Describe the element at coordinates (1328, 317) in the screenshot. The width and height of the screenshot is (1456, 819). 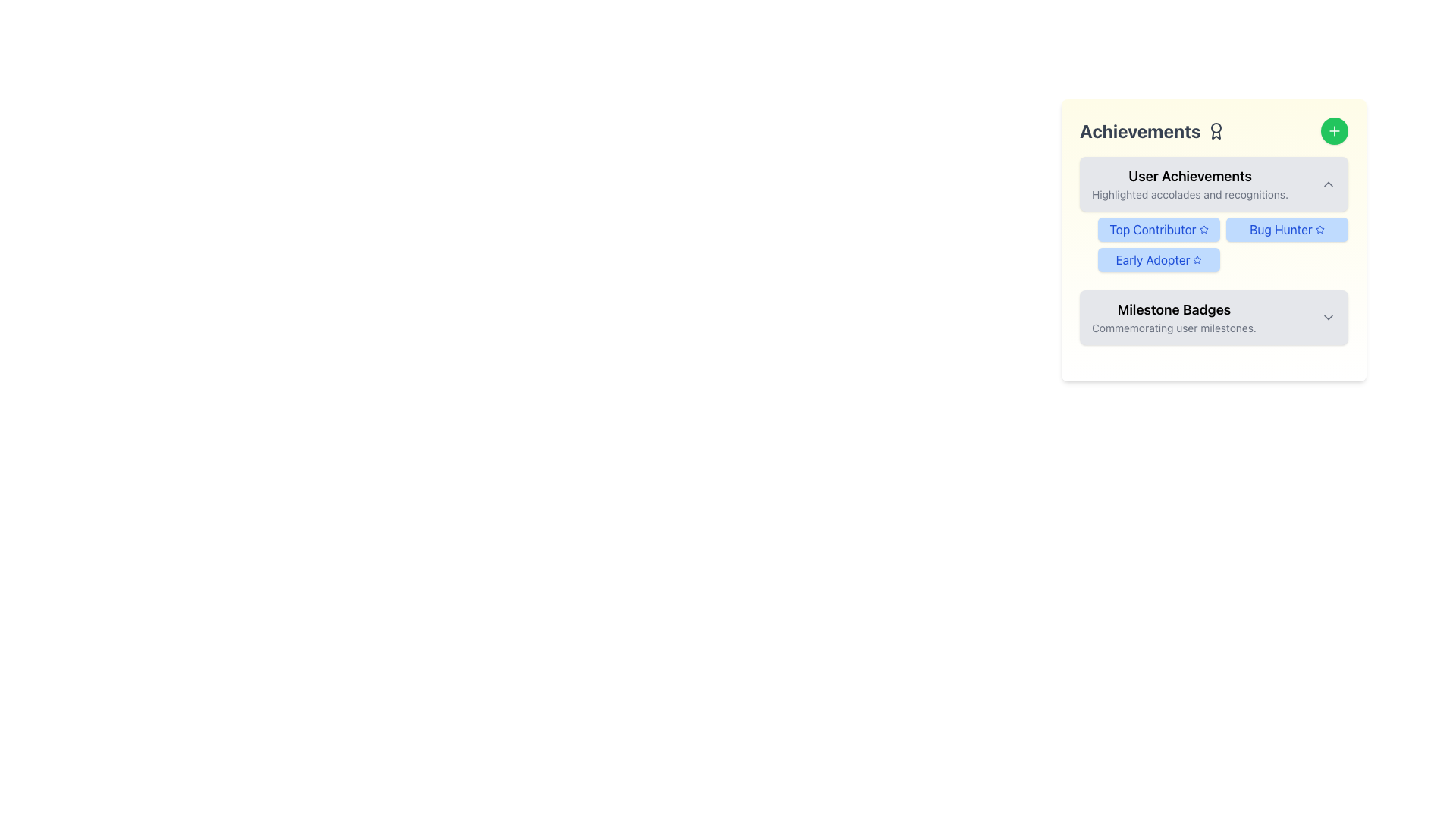
I see `the icon on the far right of the 'Milestone Badges' section` at that location.